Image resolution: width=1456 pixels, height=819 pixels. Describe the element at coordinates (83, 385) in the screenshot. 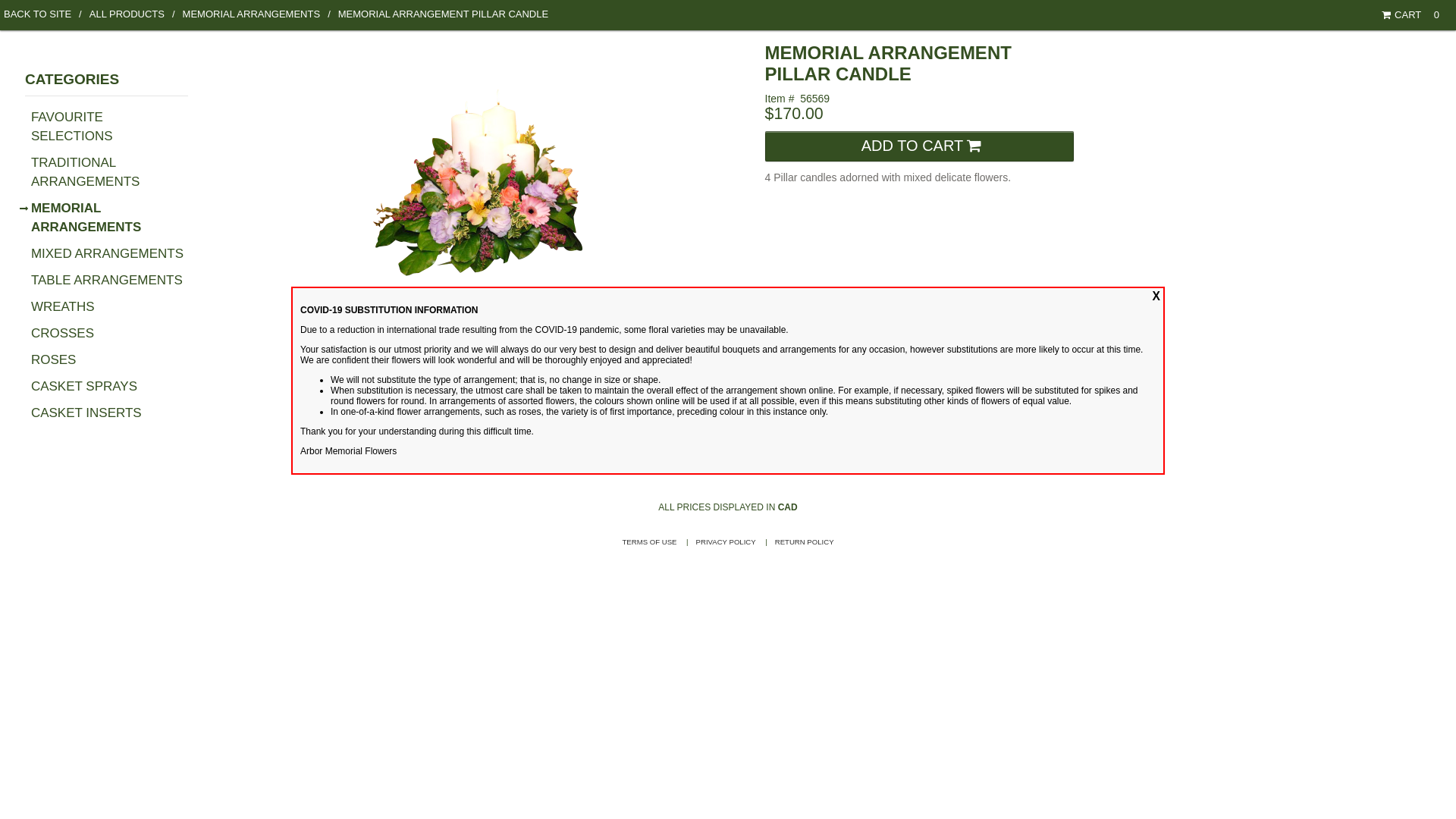

I see `'CASKET SPRAYS'` at that location.